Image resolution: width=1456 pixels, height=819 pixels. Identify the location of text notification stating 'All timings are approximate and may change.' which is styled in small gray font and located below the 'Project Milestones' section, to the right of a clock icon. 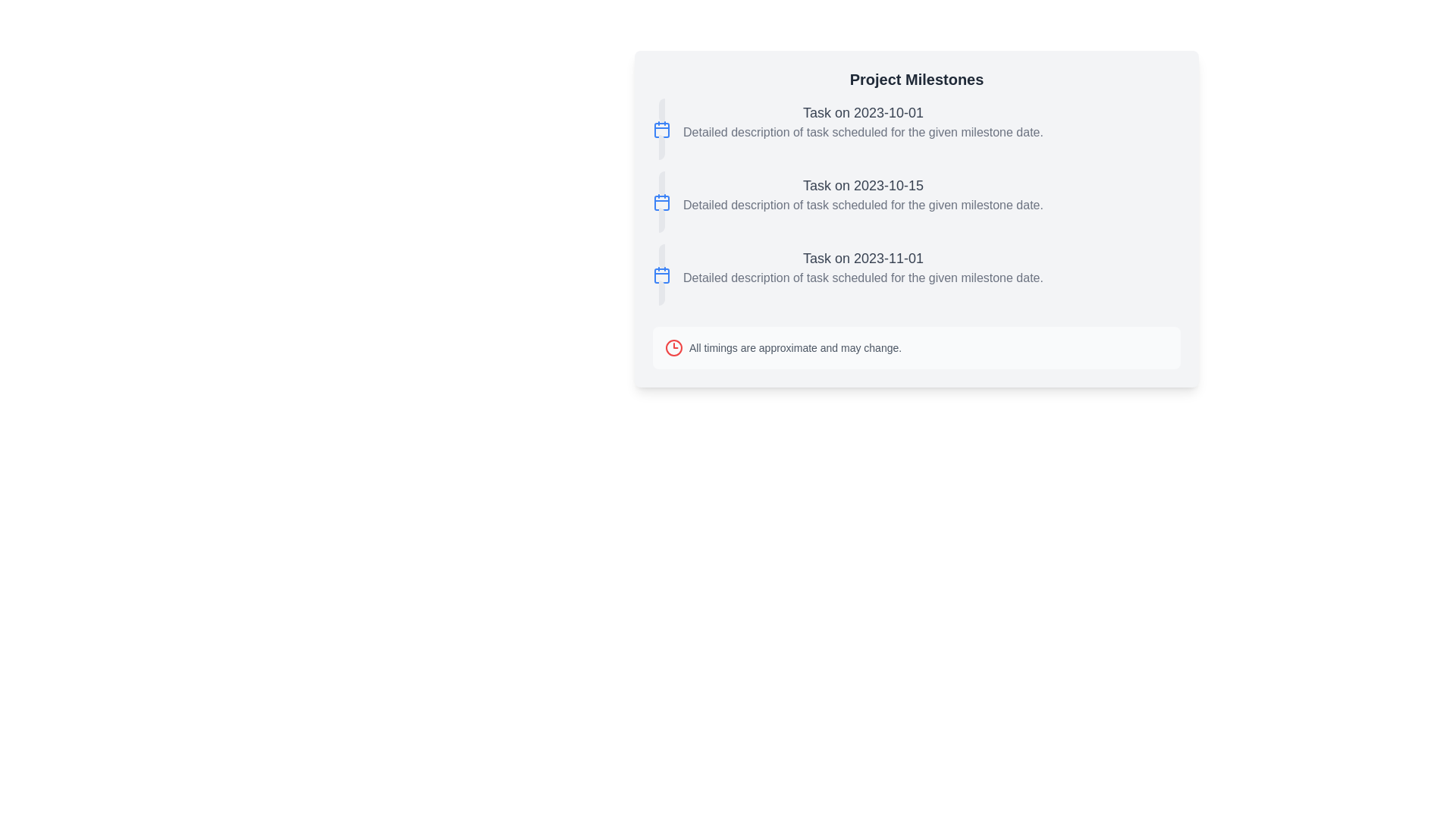
(795, 348).